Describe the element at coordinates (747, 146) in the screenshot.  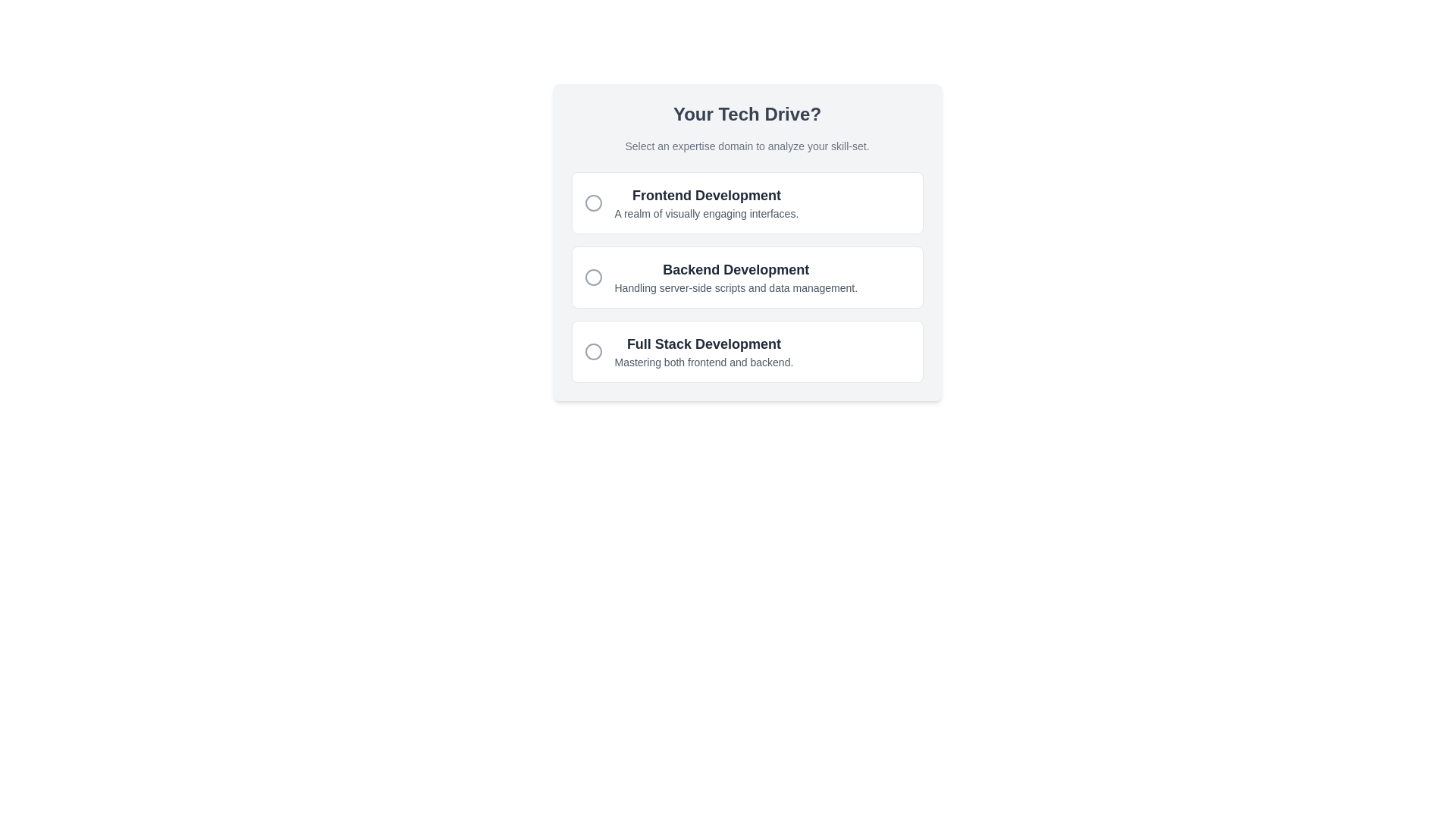
I see `the text block that displays 'Select an expertise domain to analyze your skill-set.' which is located below the heading 'Your Tech Drive?'` at that location.